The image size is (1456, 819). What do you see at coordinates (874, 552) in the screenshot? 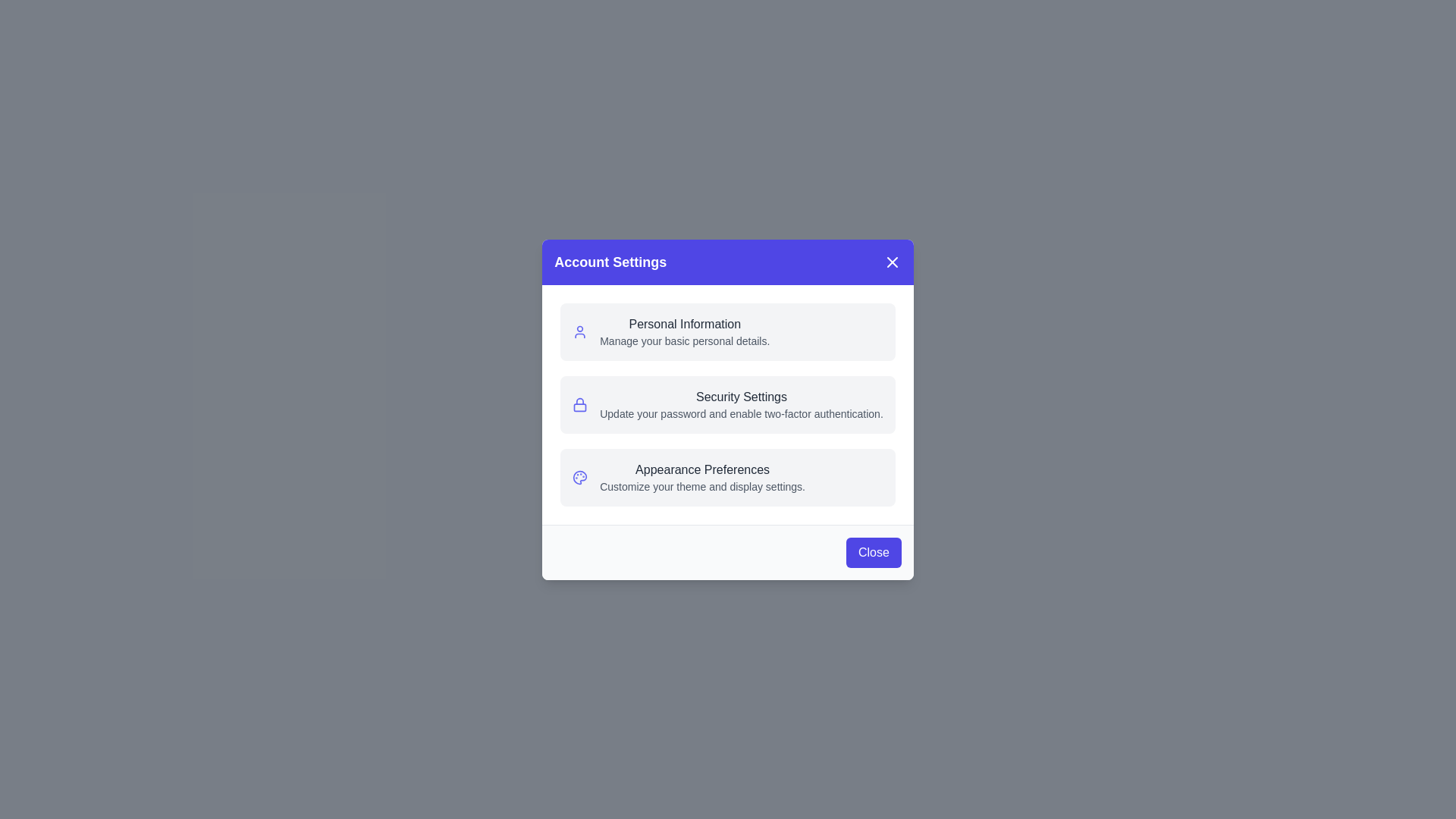
I see `the close button located in the bottom-right corner of the modal dialog box` at bounding box center [874, 552].